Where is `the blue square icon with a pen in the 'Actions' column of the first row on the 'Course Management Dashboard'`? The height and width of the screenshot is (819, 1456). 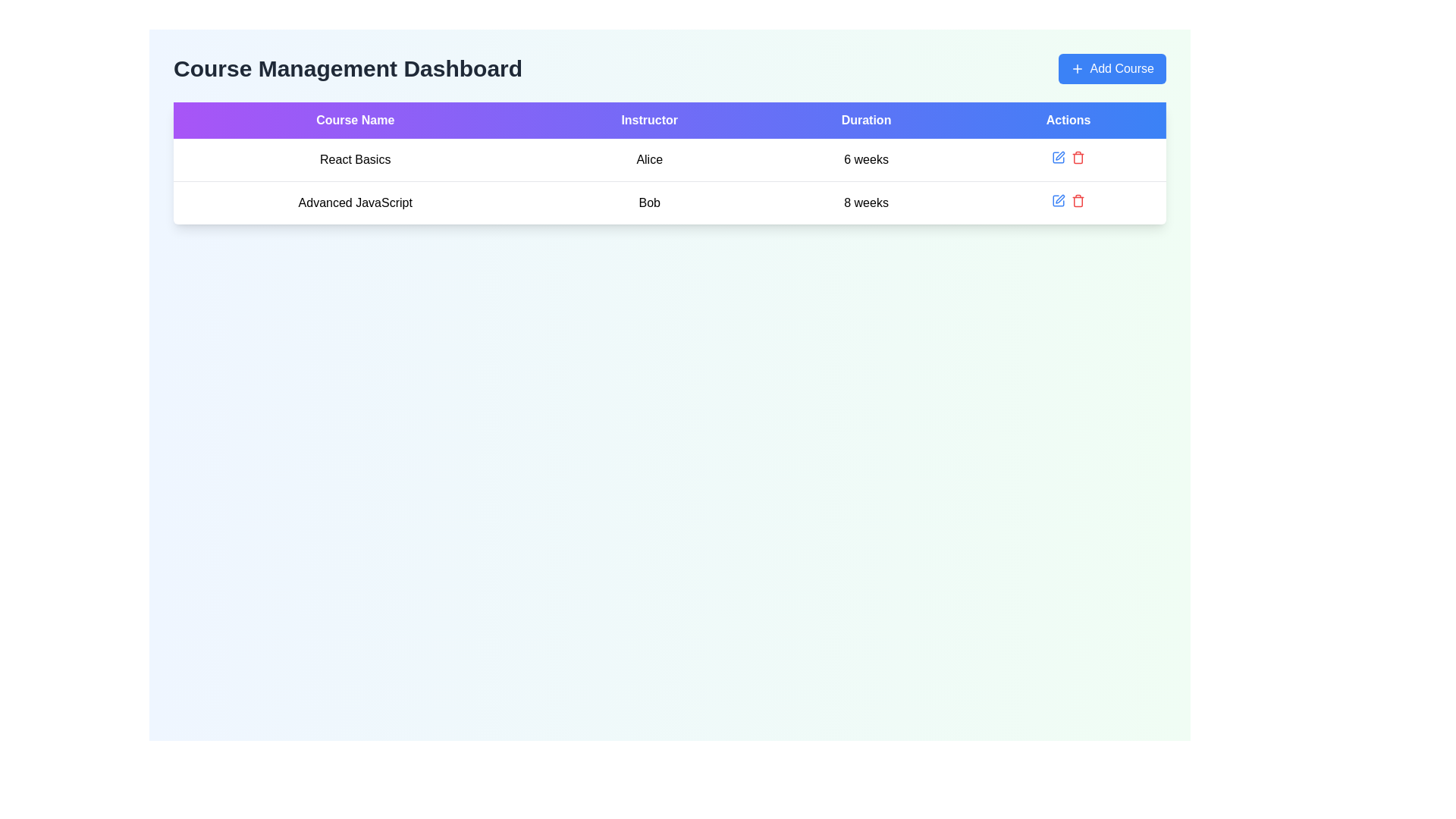
the blue square icon with a pen in the 'Actions' column of the first row on the 'Course Management Dashboard' is located at coordinates (1058, 158).